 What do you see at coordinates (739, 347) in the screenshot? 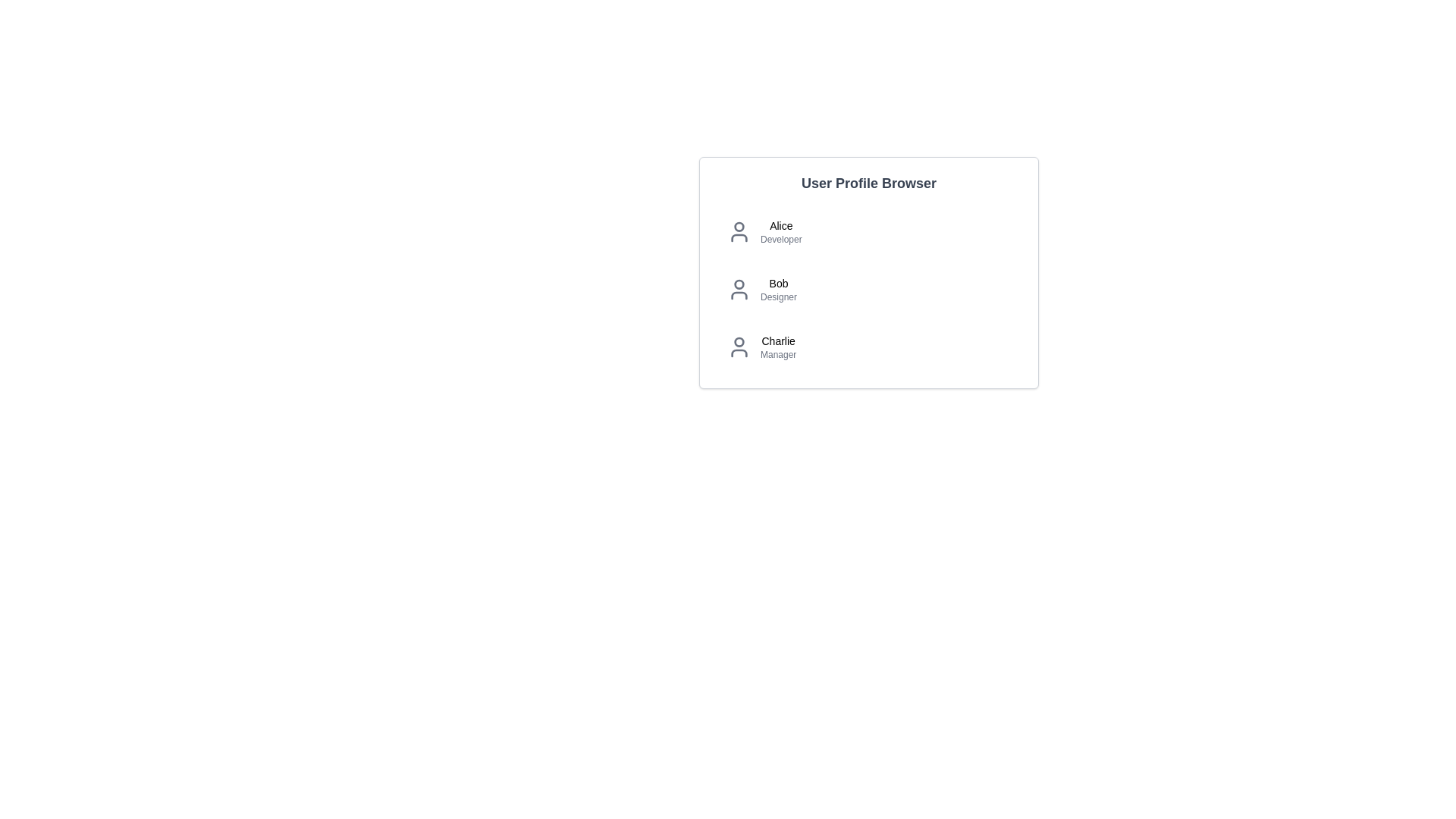
I see `the user profile icon that is gray and circular, located to the left of the text 'Charlie Manager'` at bounding box center [739, 347].